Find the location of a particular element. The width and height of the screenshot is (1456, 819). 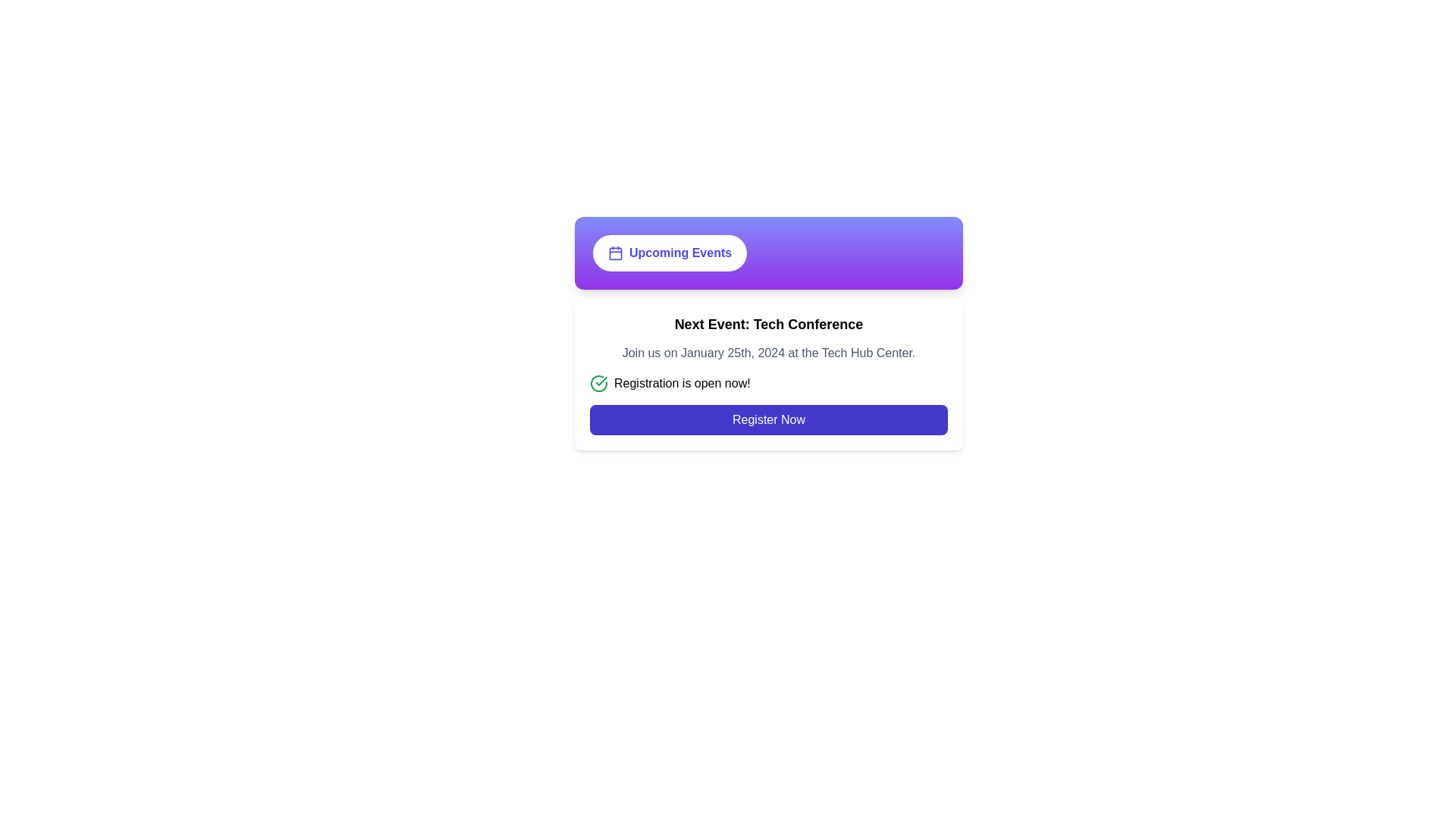

the 'Register Now' button, which is a rectangular button with rounded corners, deep indigo background, and white text is located at coordinates (768, 420).